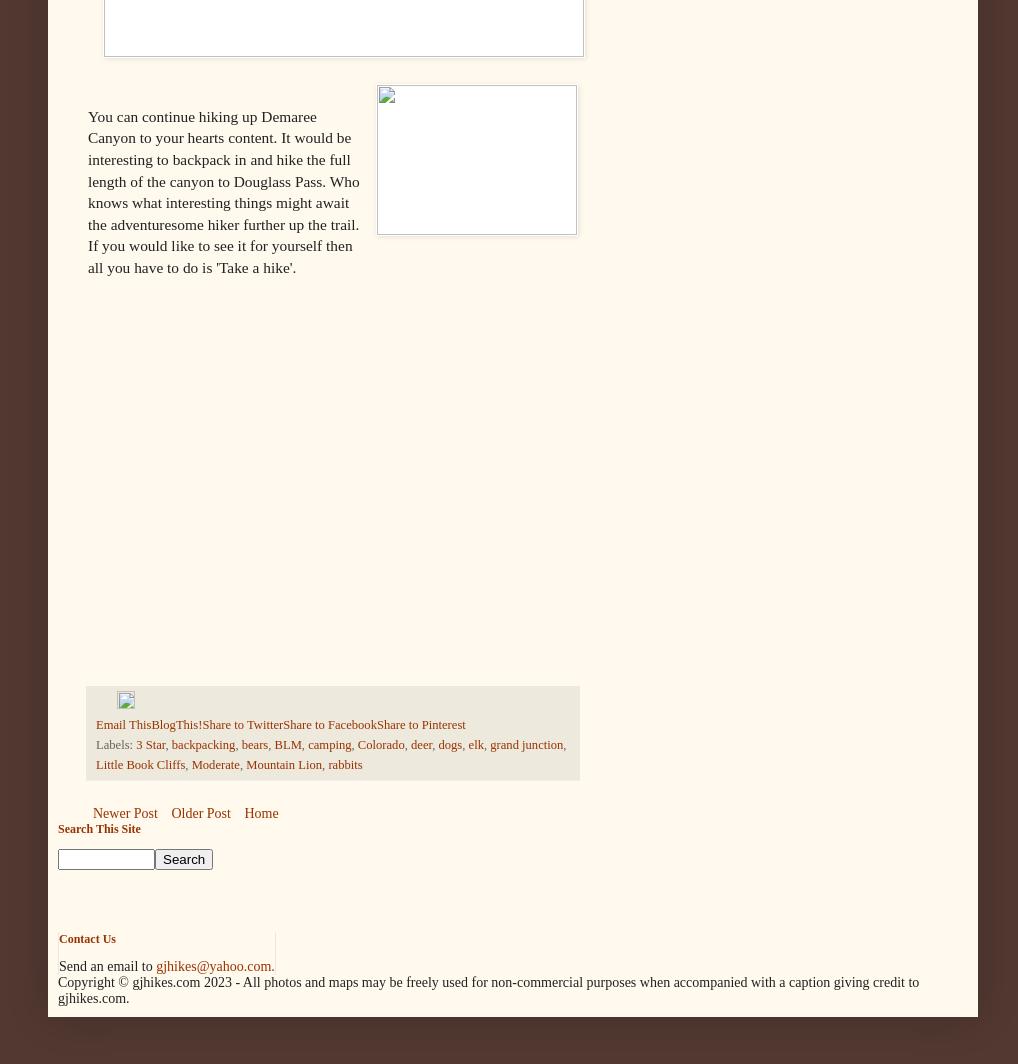  What do you see at coordinates (475, 743) in the screenshot?
I see `'elk'` at bounding box center [475, 743].